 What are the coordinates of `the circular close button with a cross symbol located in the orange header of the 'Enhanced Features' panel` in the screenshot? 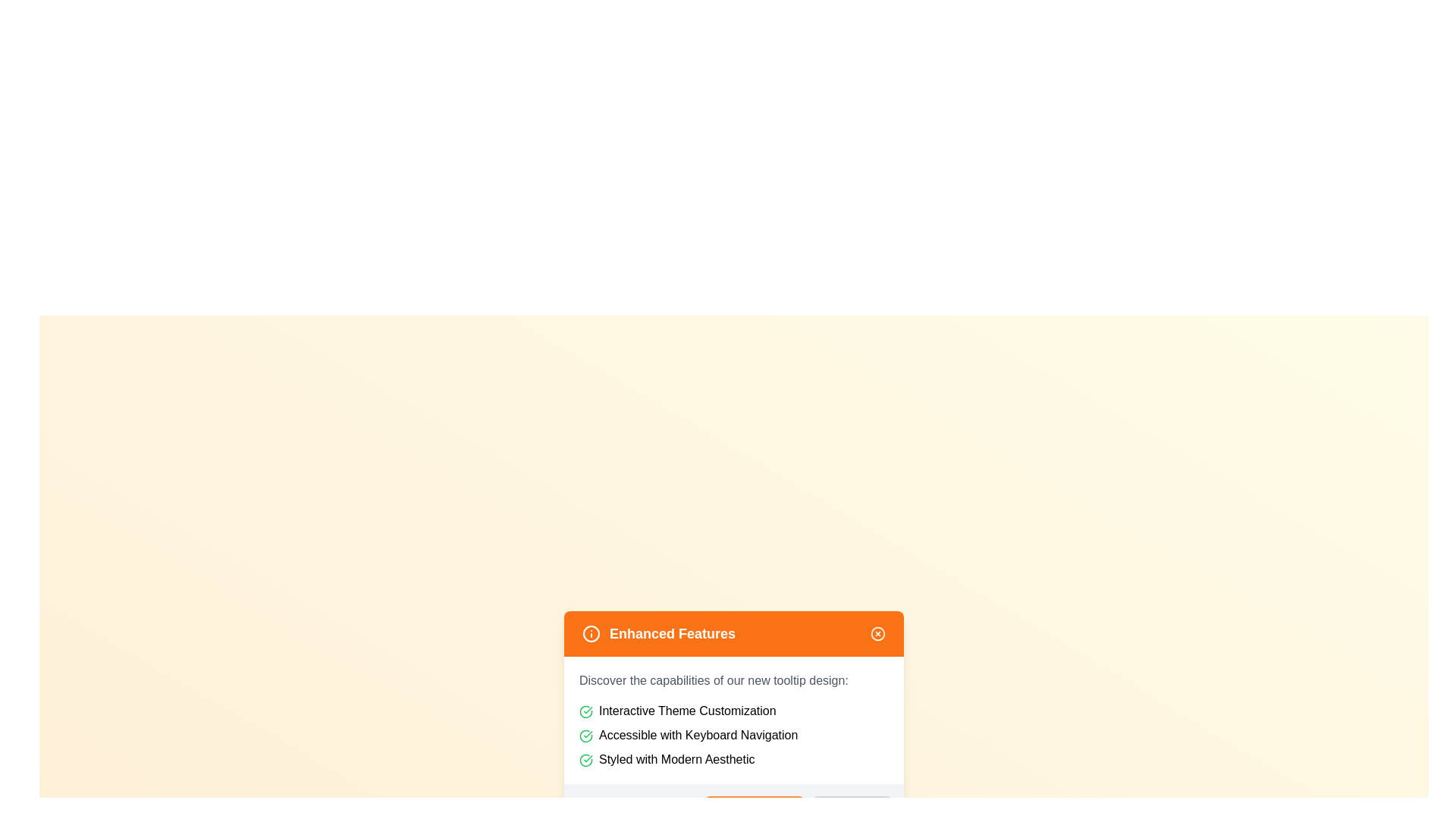 It's located at (877, 634).